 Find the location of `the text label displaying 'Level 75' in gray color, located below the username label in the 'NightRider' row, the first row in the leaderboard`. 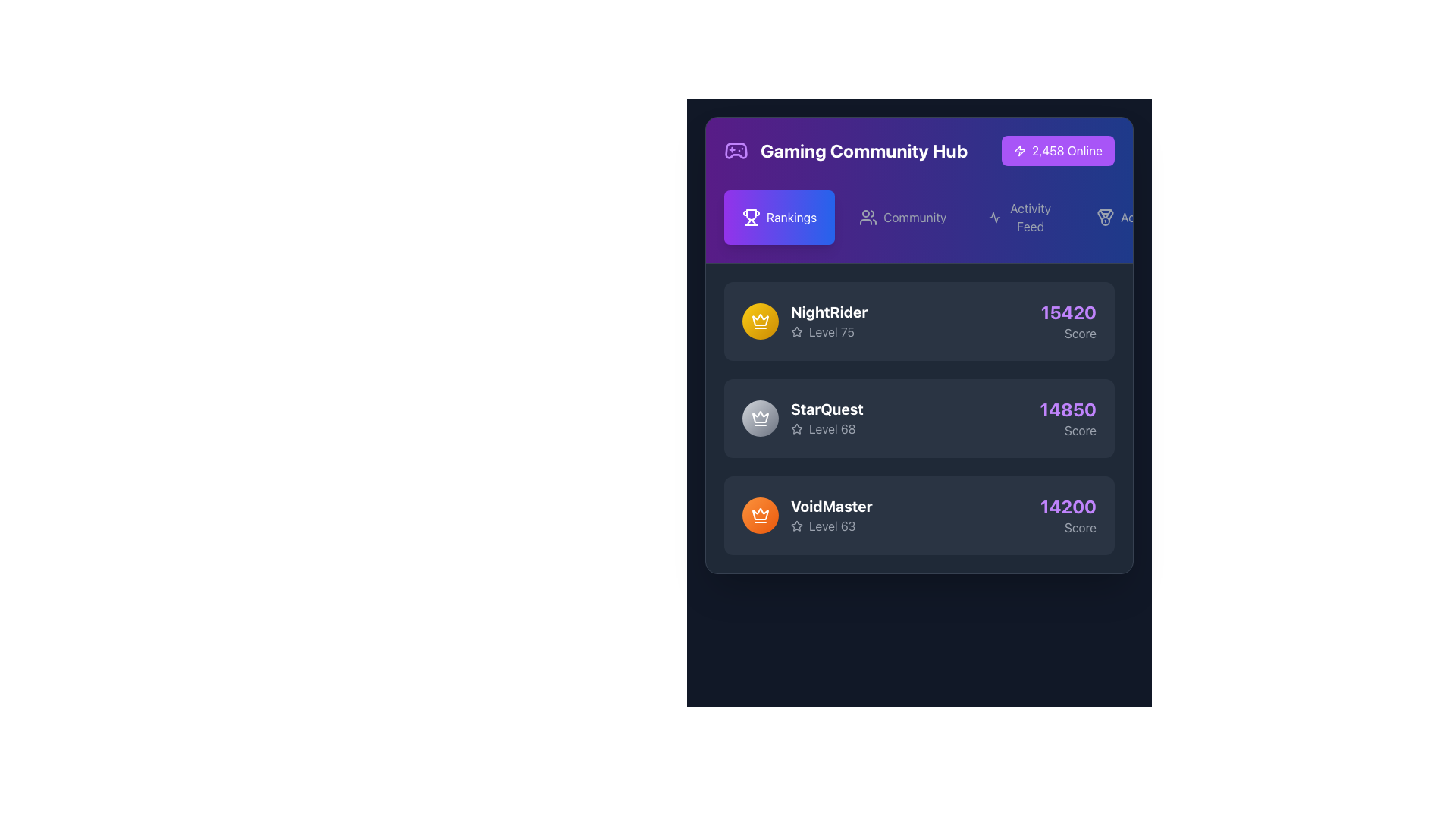

the text label displaying 'Level 75' in gray color, located below the username label in the 'NightRider' row, the first row in the leaderboard is located at coordinates (831, 331).